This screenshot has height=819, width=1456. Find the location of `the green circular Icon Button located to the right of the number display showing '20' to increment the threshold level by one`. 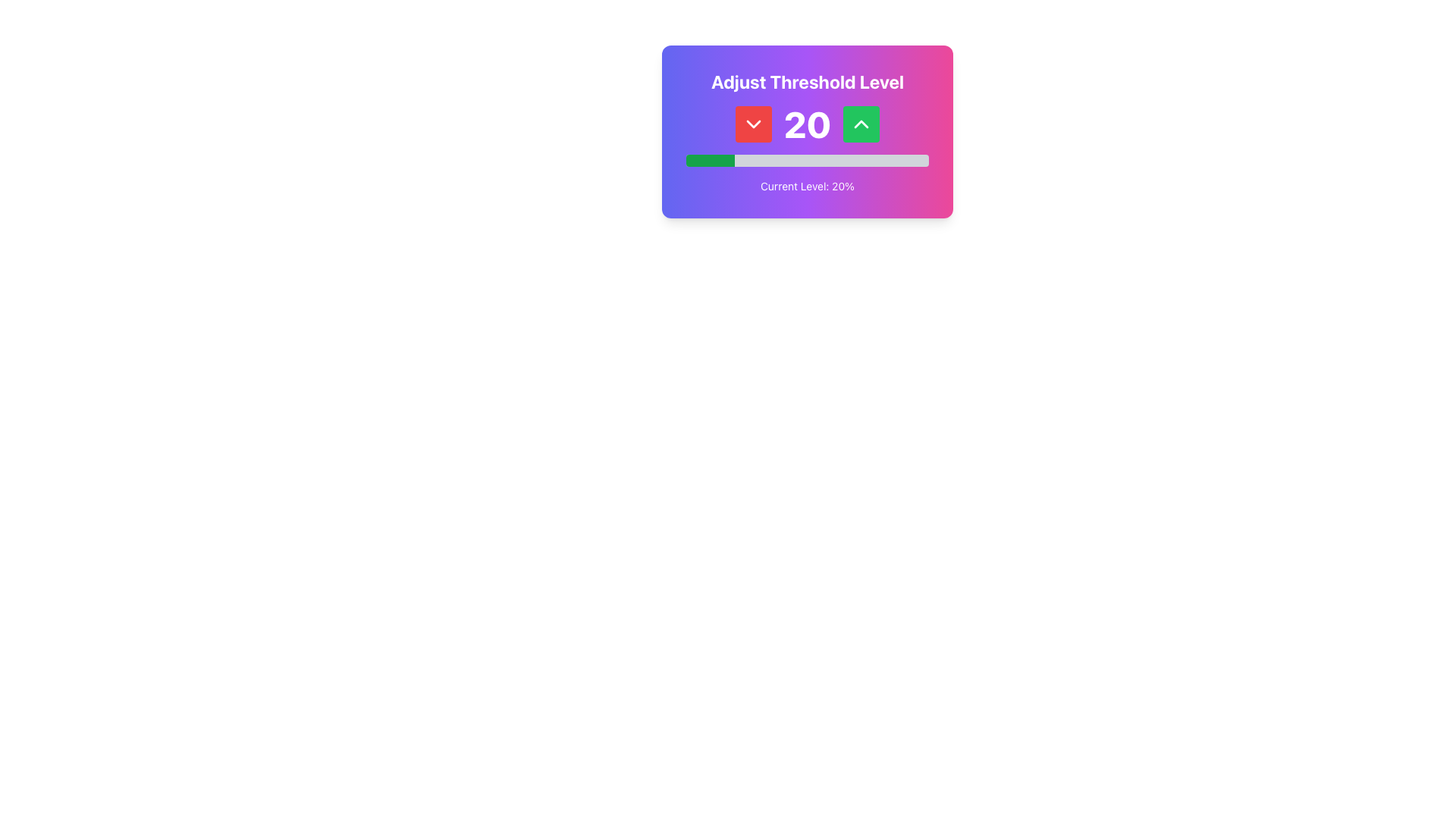

the green circular Icon Button located to the right of the number display showing '20' to increment the threshold level by one is located at coordinates (861, 124).